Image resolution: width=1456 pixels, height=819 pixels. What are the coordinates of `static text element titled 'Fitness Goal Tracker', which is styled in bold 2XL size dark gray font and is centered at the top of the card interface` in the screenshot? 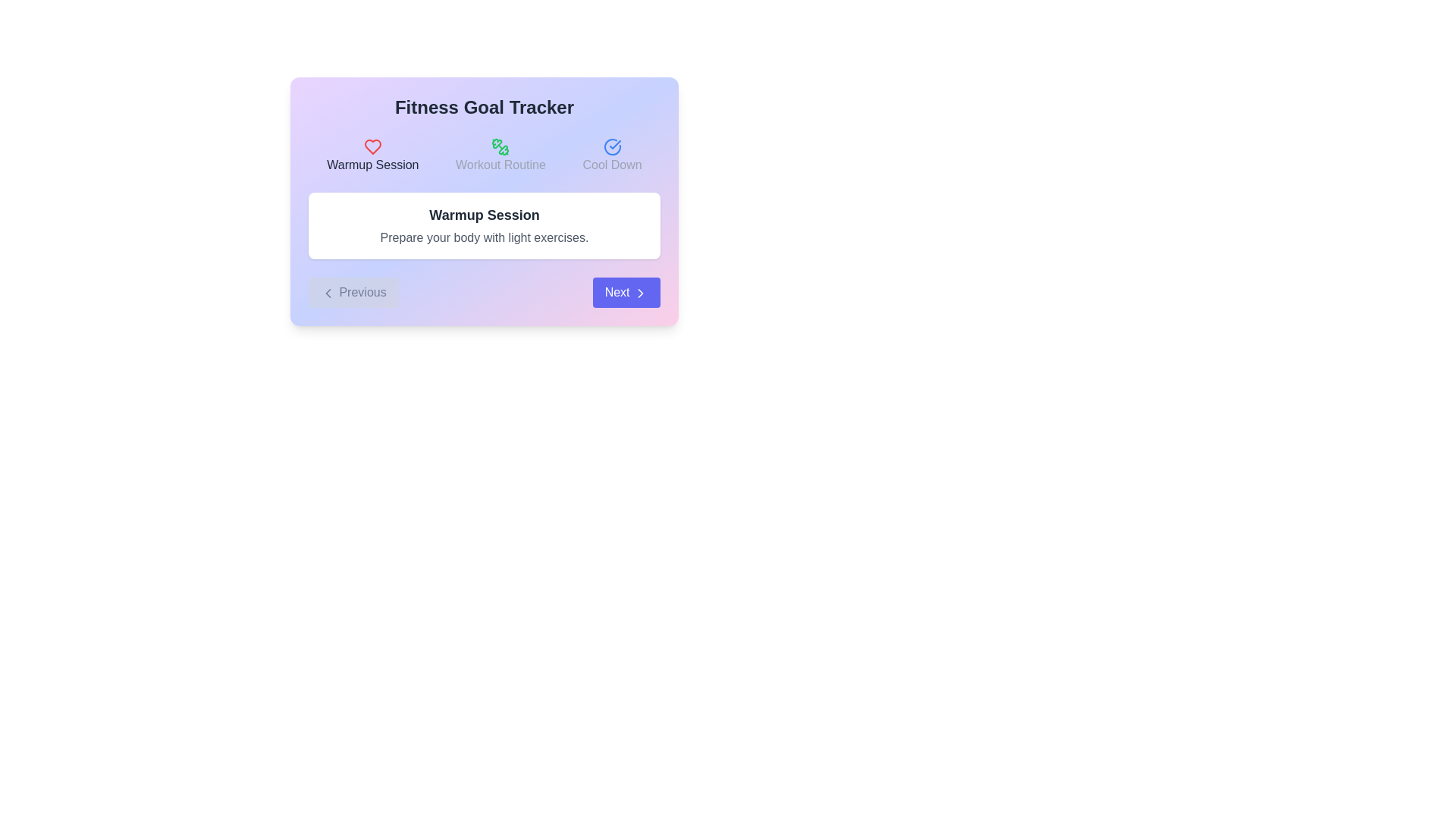 It's located at (483, 107).